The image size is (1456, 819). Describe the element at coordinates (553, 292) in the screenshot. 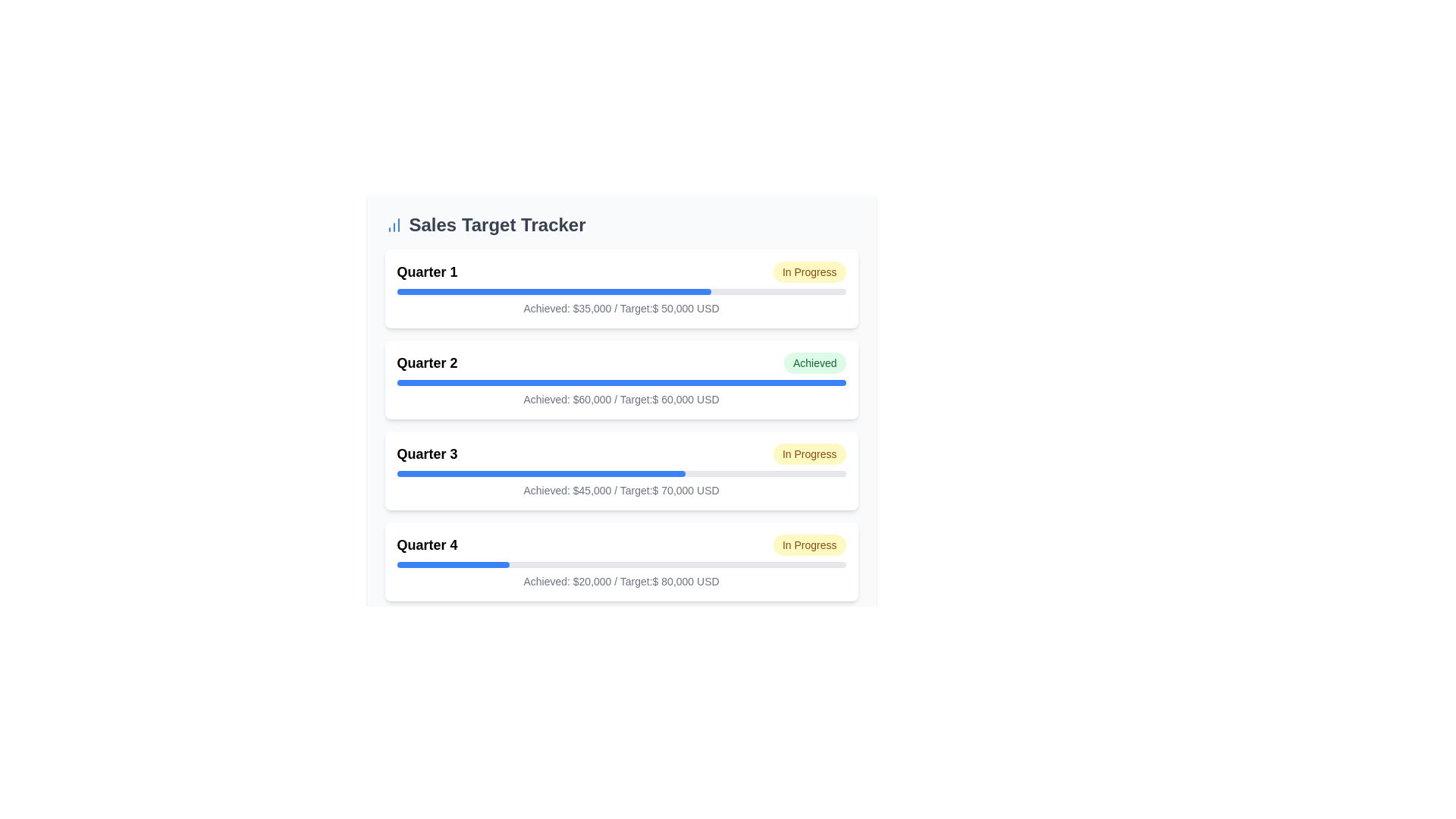

I see `the Progress Bar Segment indicating 70% achievement of sales targets for Quarter 1 in the 'Sales Target Tracker' interface` at that location.